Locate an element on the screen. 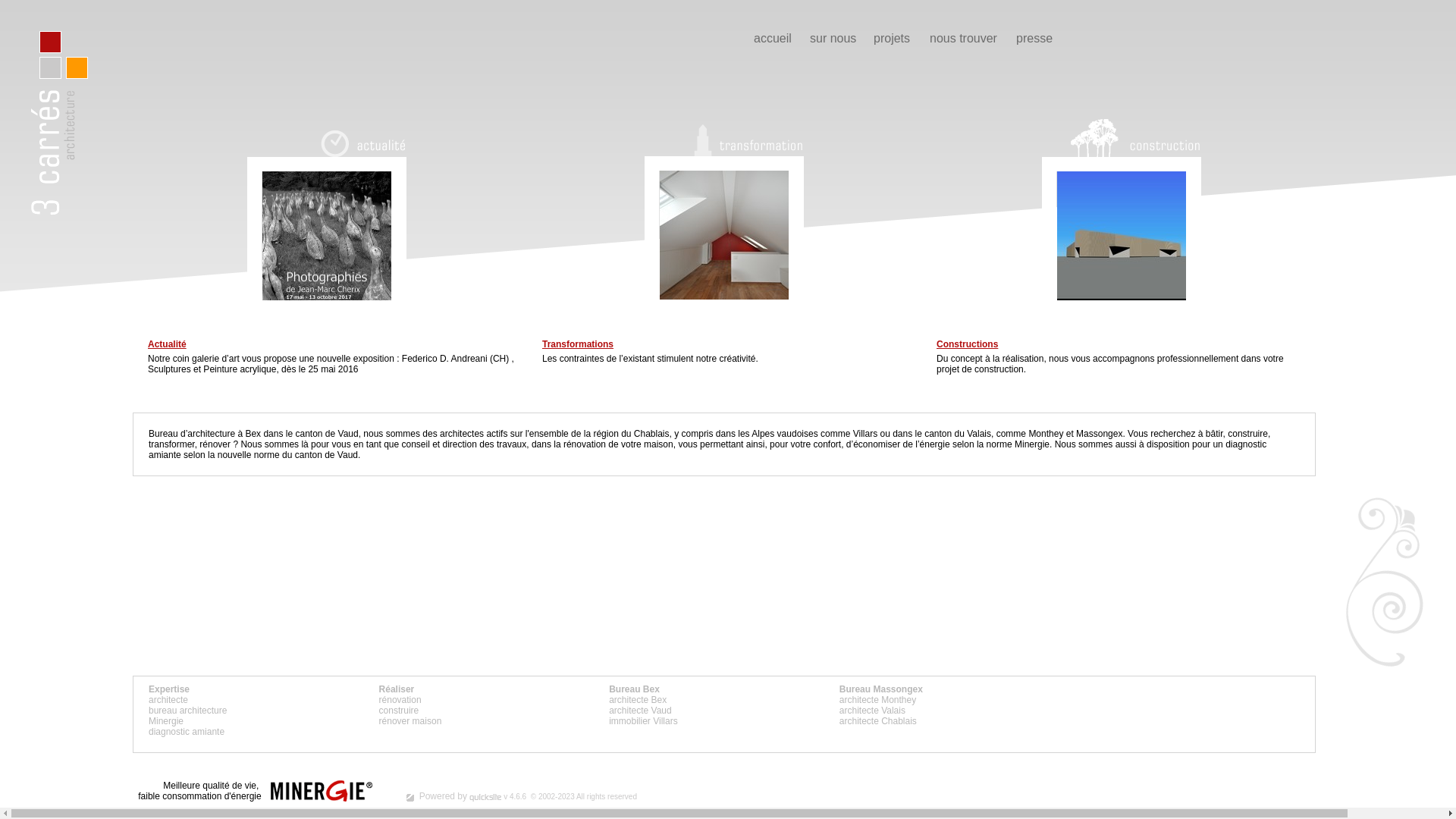 Image resolution: width=1456 pixels, height=819 pixels. 'bureau architecture' is located at coordinates (187, 711).